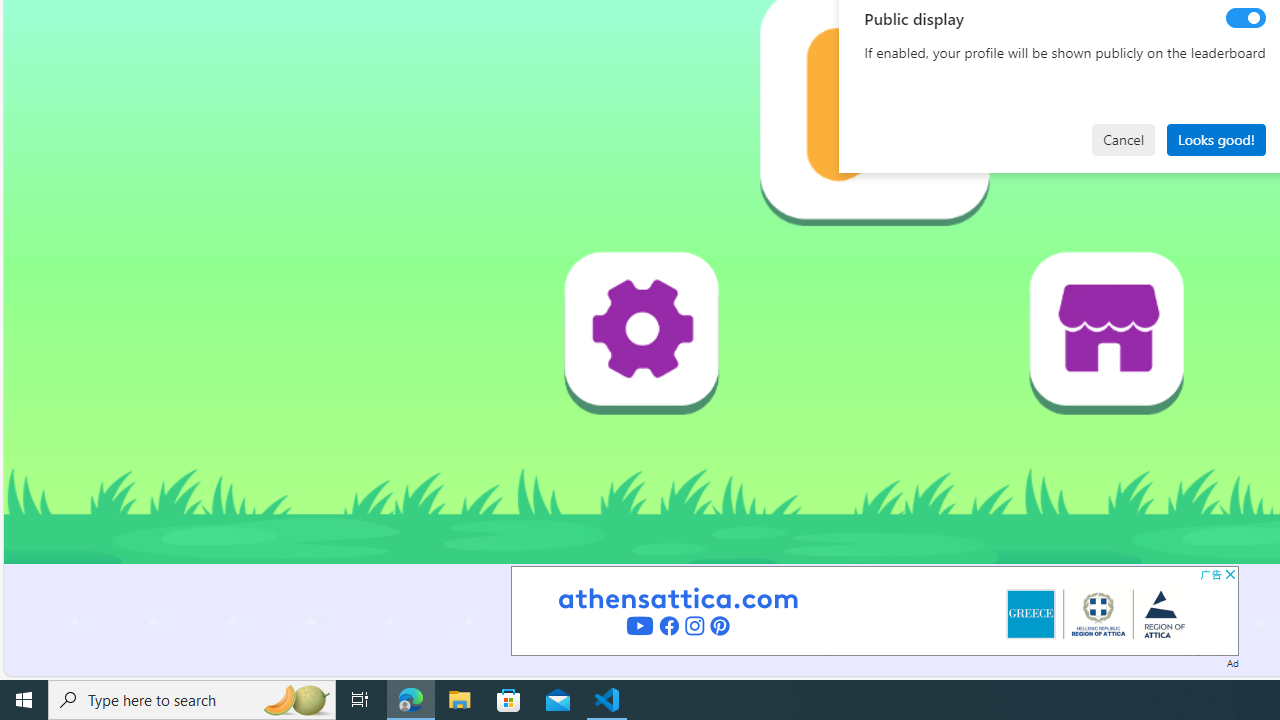 The width and height of the screenshot is (1280, 720). Describe the element at coordinates (1123, 138) in the screenshot. I see `'Cancel'` at that location.